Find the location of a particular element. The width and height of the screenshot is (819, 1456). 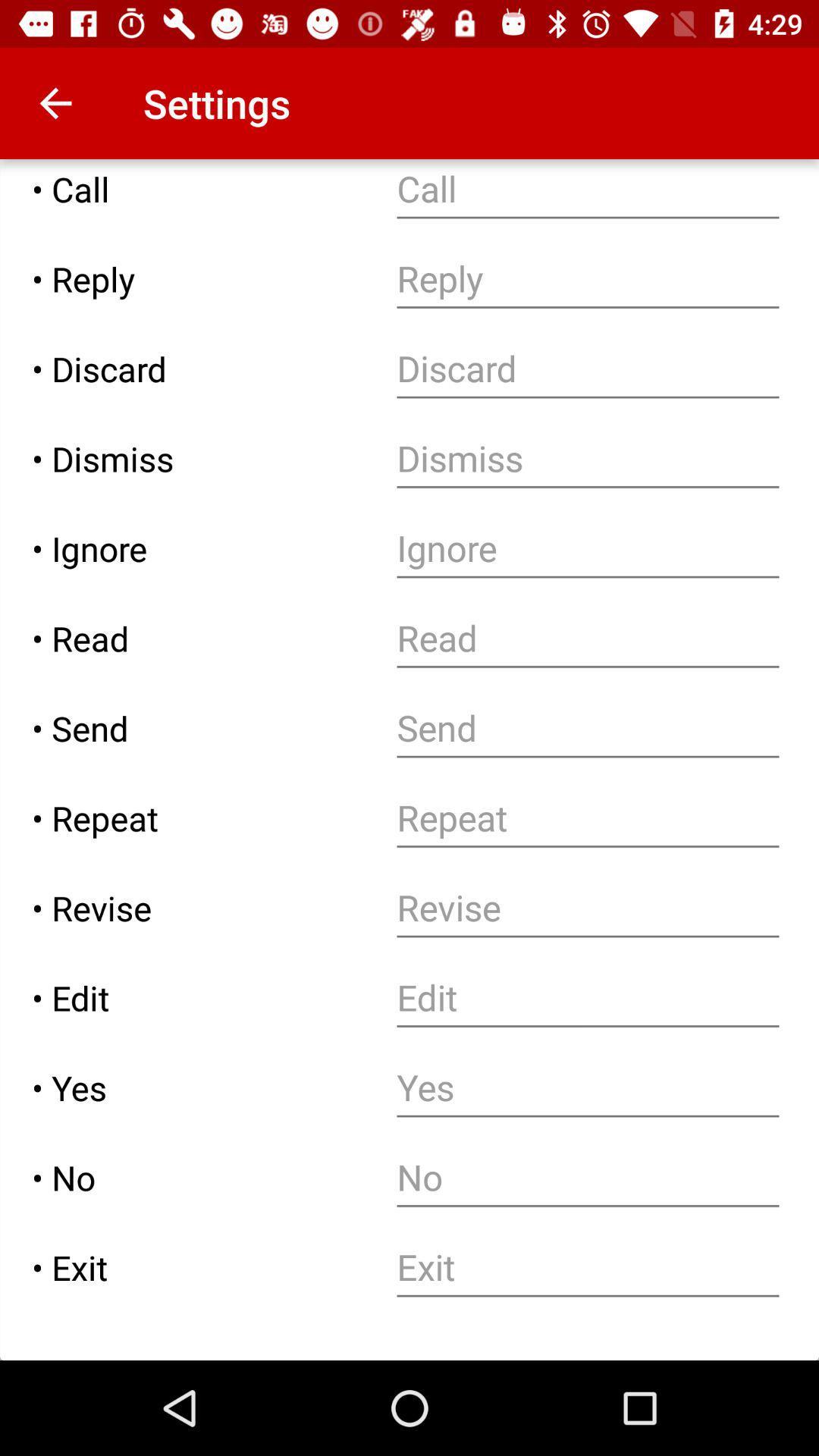

text input box is located at coordinates (587, 998).